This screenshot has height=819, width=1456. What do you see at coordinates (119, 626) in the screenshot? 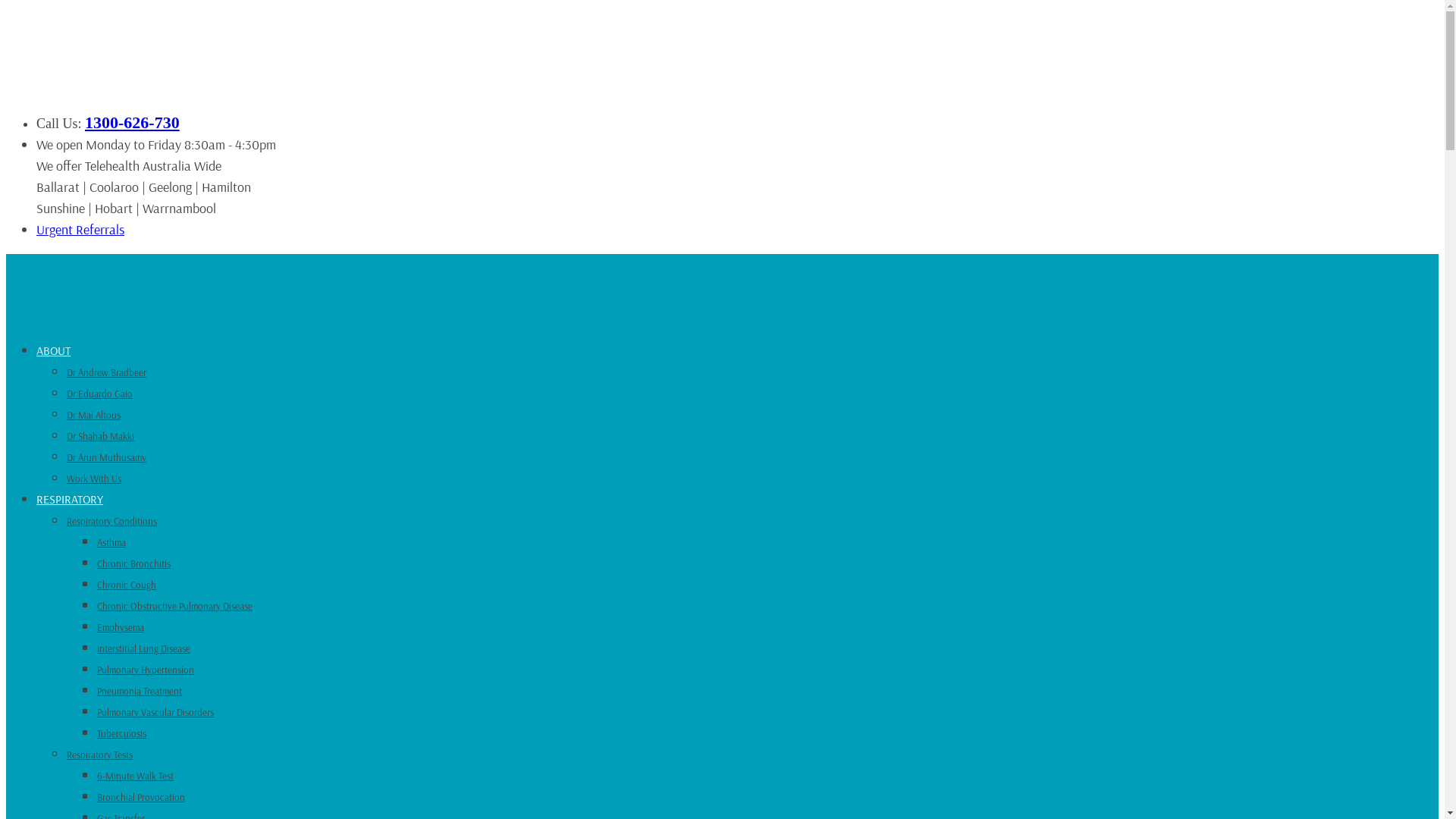
I see `'Emphysema'` at bounding box center [119, 626].